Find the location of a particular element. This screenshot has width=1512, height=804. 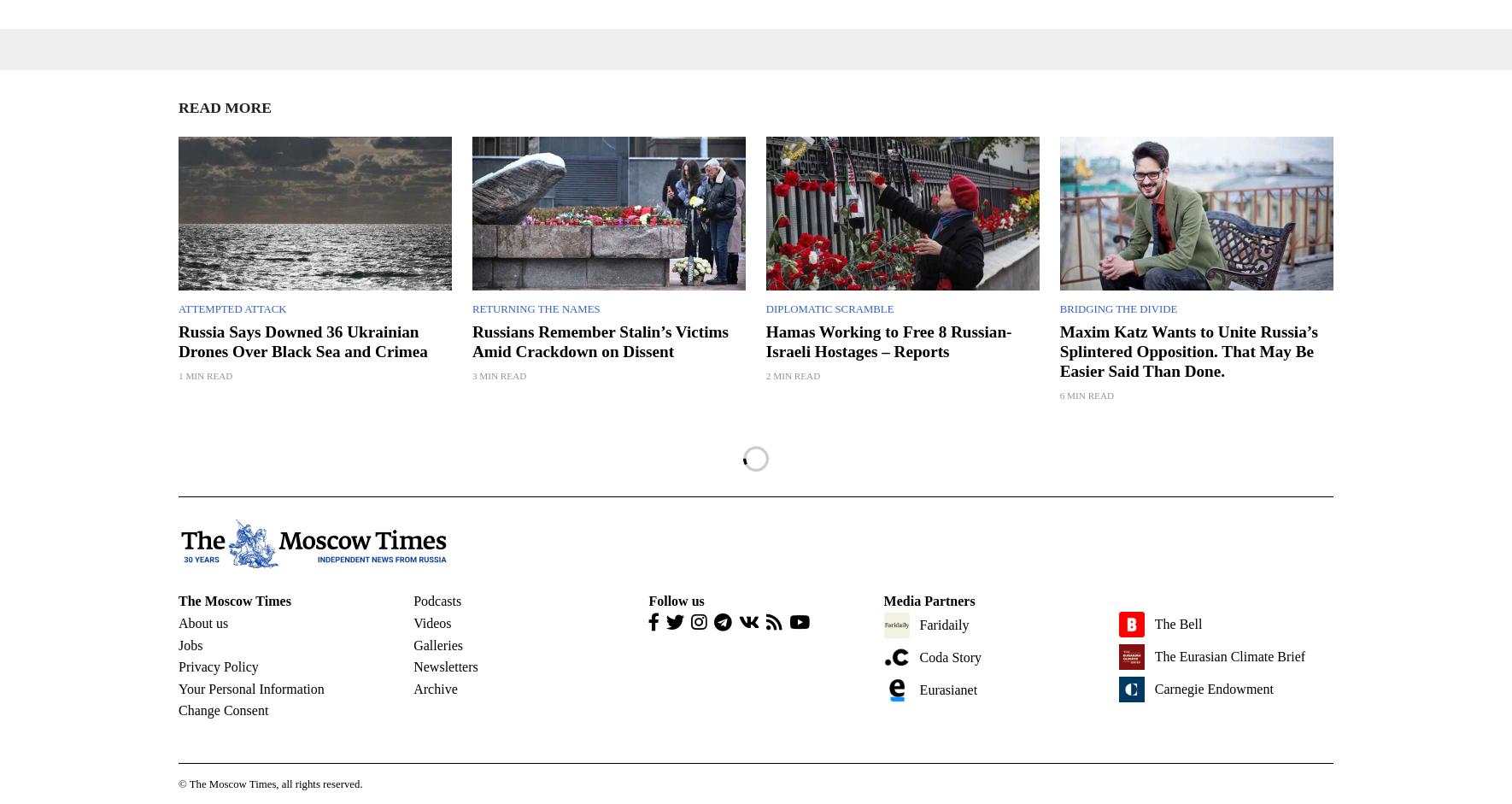

'Galleries' is located at coordinates (437, 643).